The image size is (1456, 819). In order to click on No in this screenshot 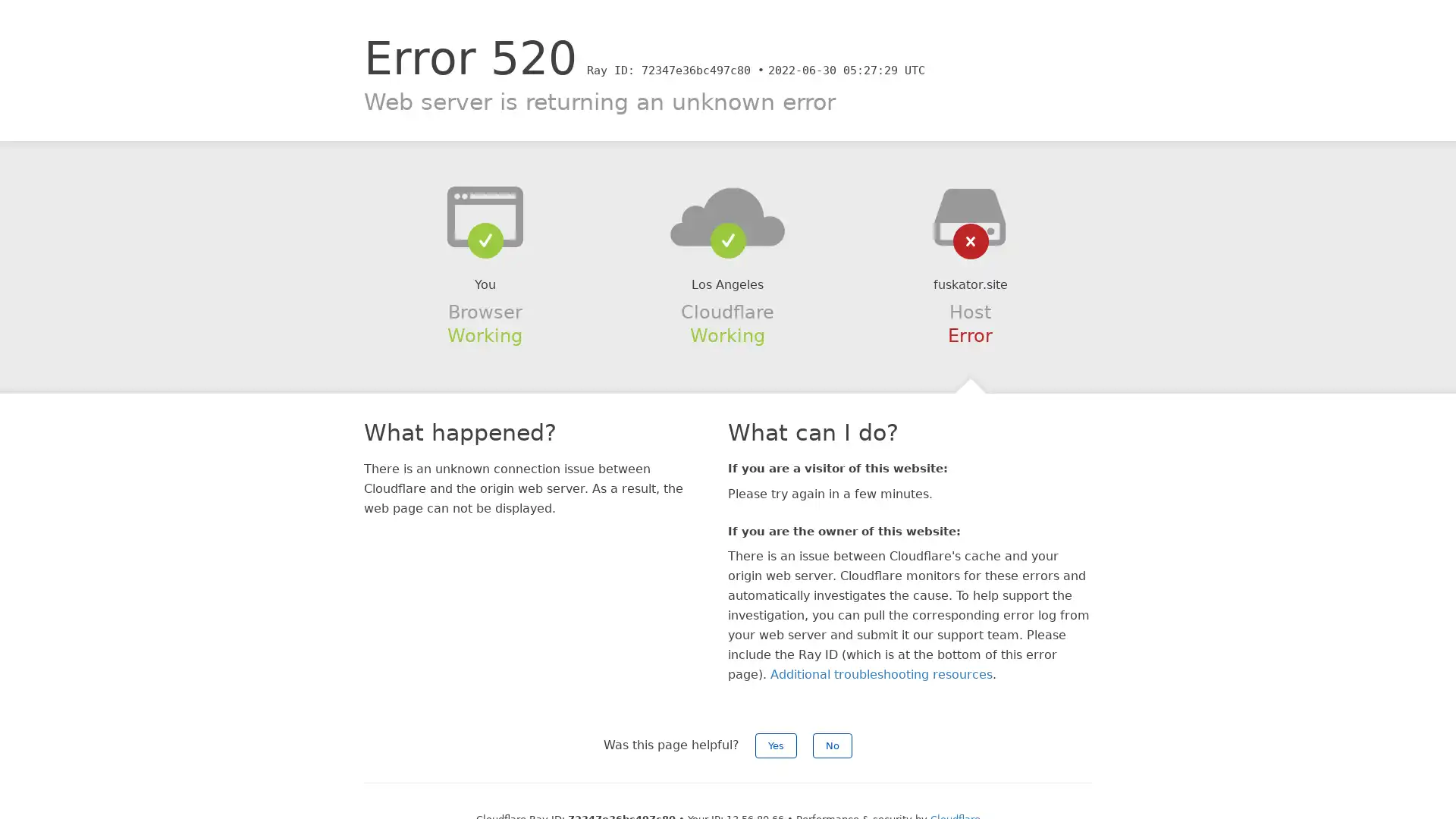, I will do `click(832, 745)`.